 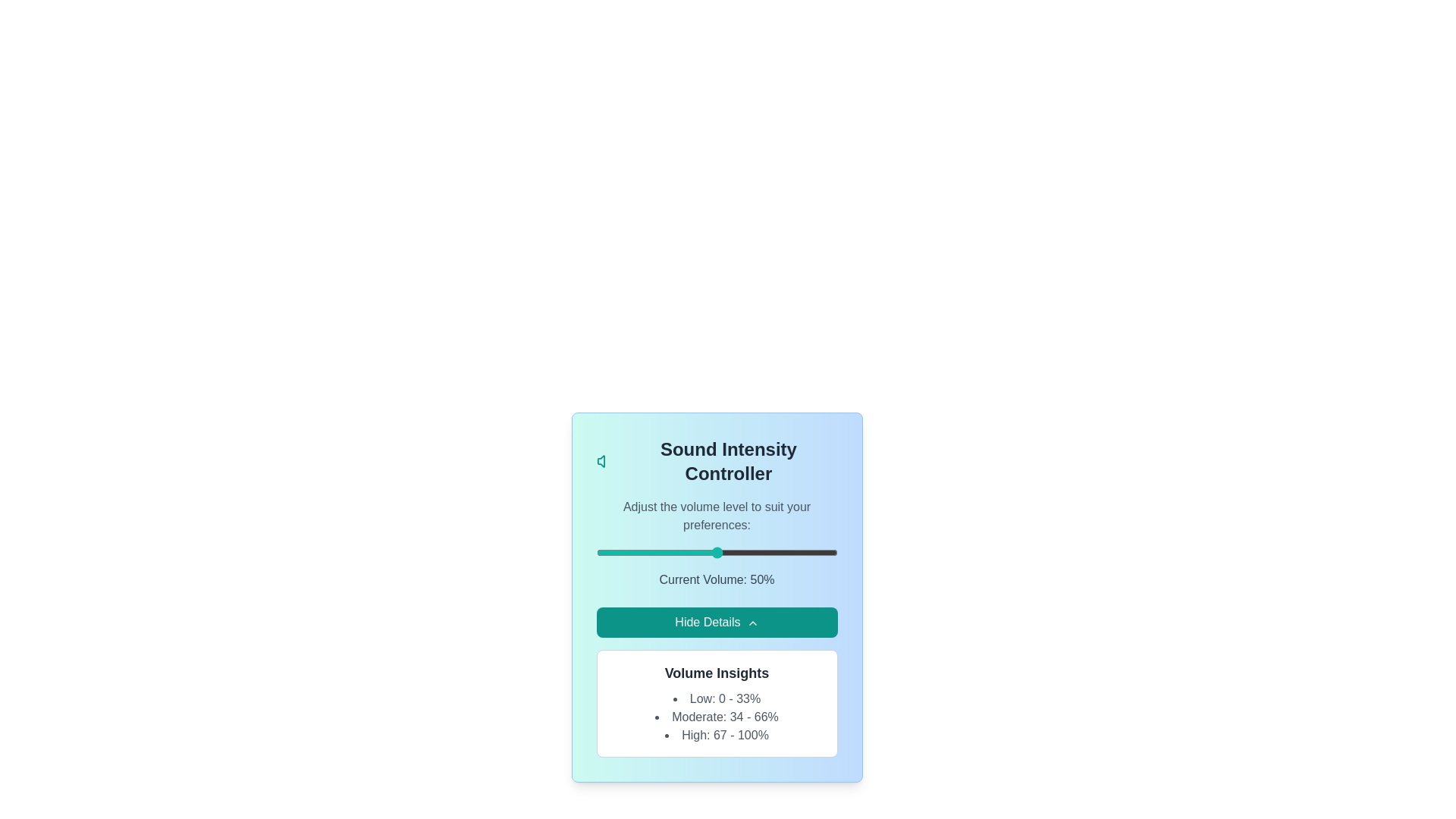 I want to click on 'Hide Details' button to toggle the visibility of the details section, so click(x=716, y=623).